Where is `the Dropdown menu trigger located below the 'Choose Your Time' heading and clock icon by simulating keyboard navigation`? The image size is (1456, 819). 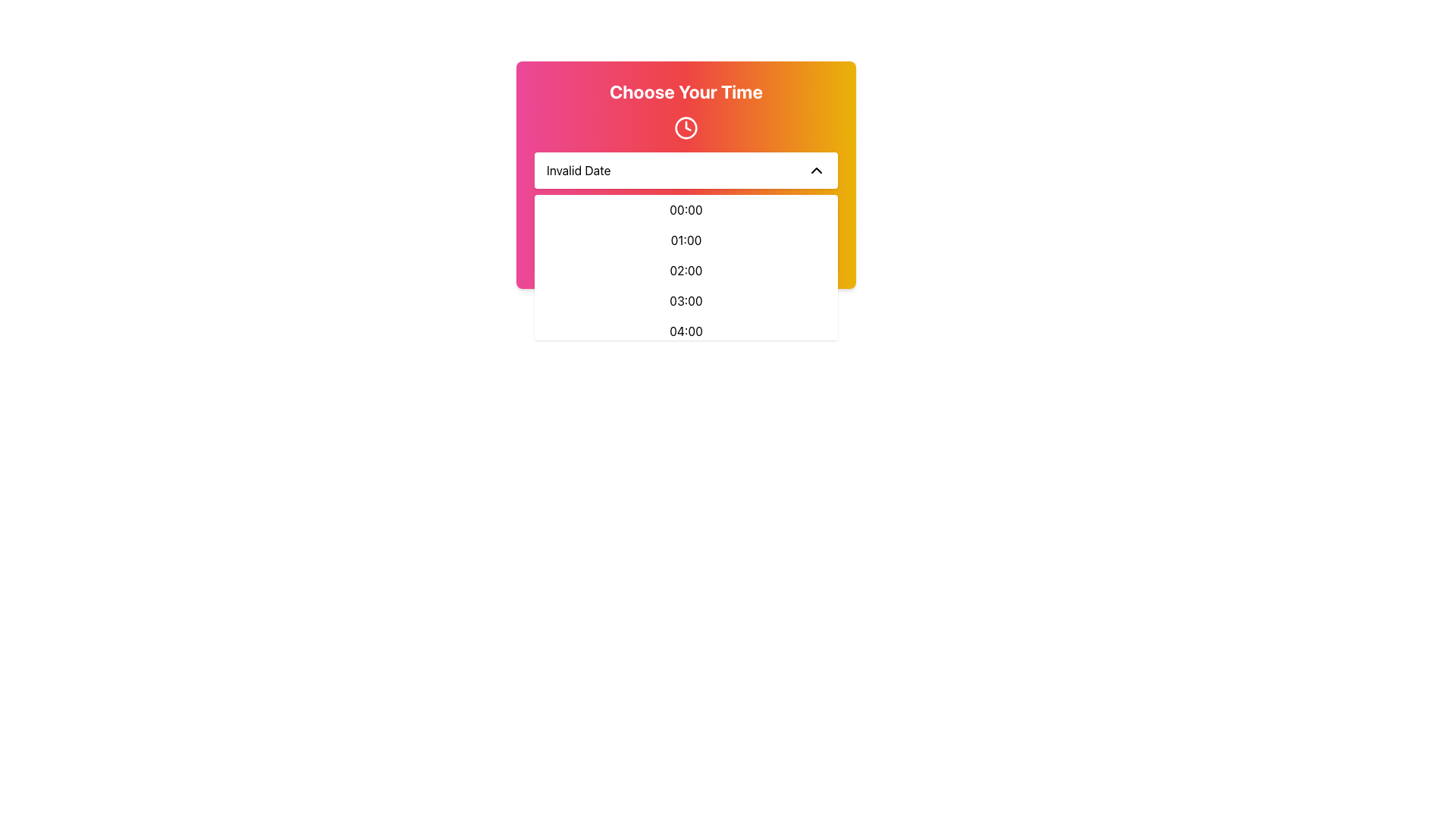 the Dropdown menu trigger located below the 'Choose Your Time' heading and clock icon by simulating keyboard navigation is located at coordinates (686, 170).